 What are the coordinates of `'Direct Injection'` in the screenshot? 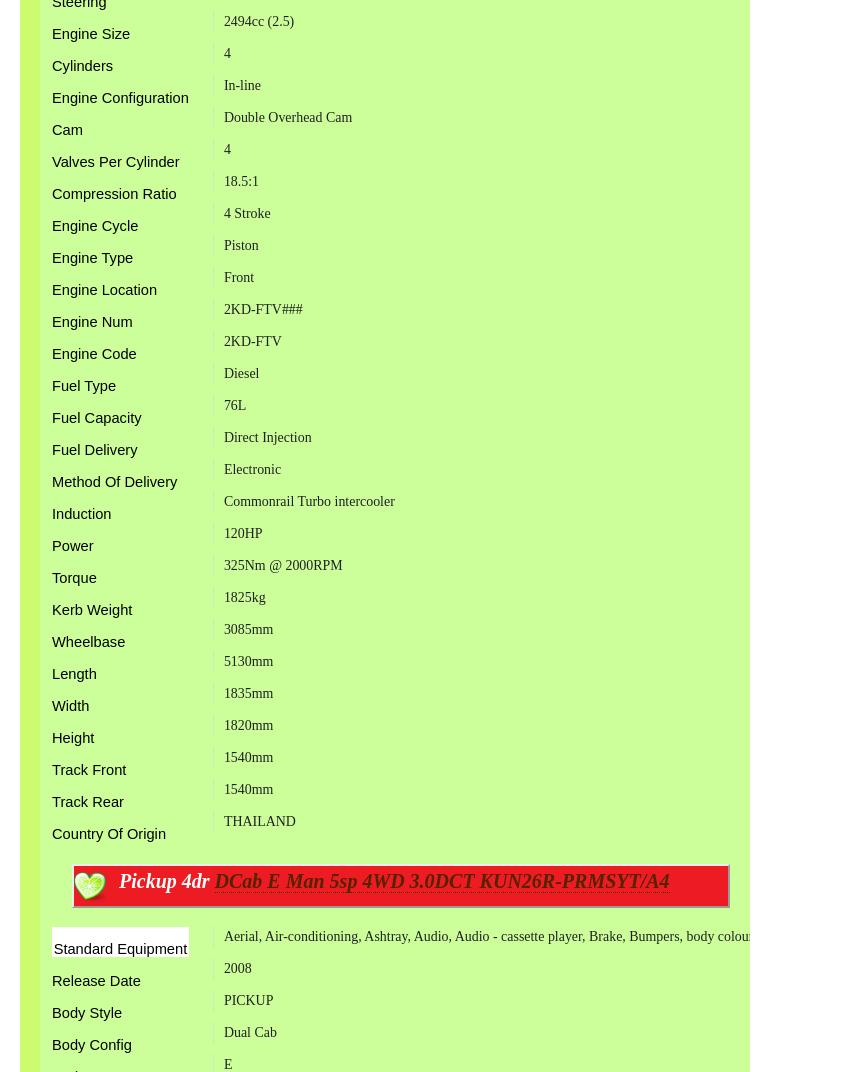 It's located at (267, 436).